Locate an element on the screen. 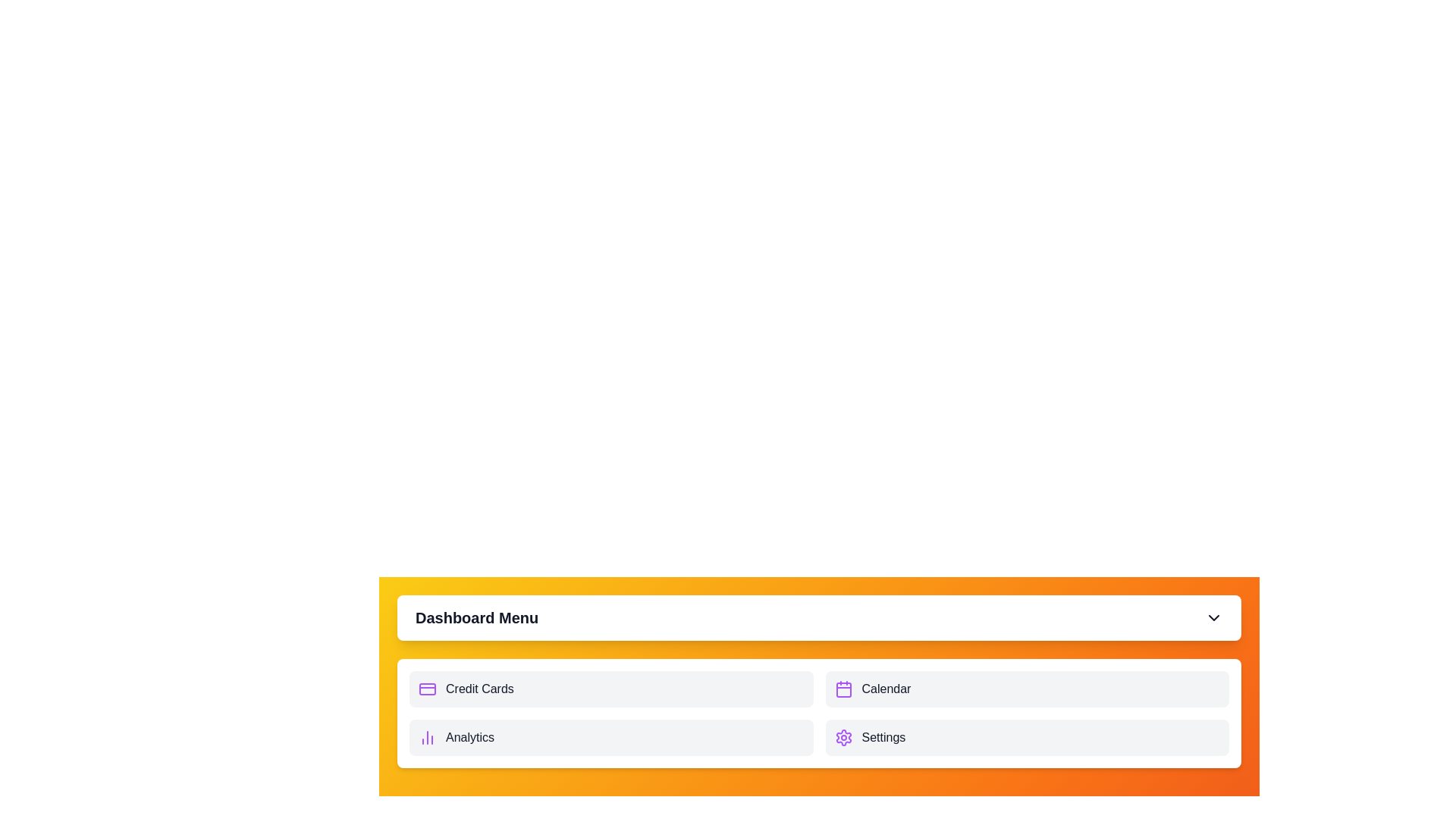  the dropdown arrow in the header section to toggle the menu is located at coordinates (1214, 617).